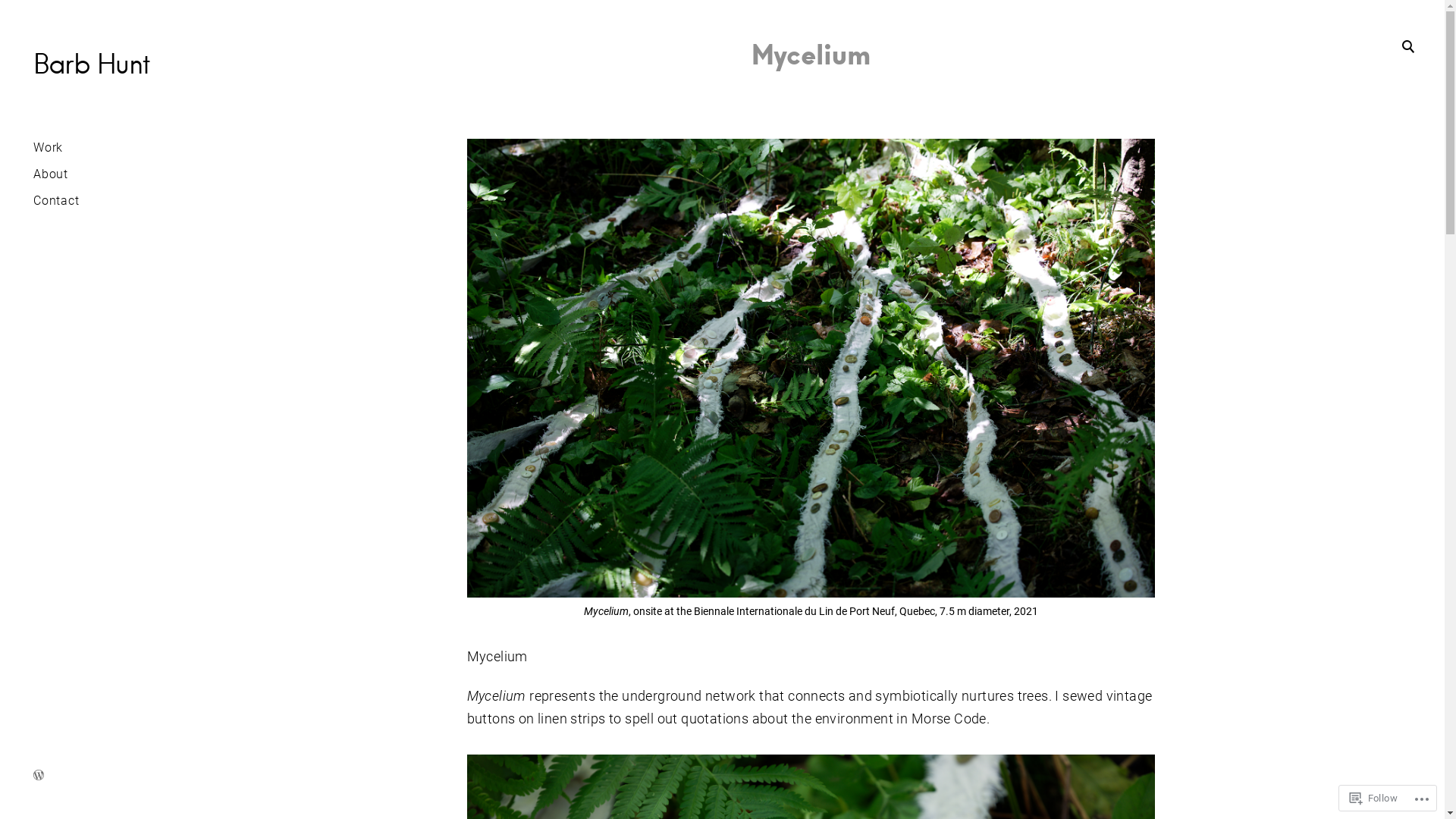 This screenshot has width=1456, height=819. What do you see at coordinates (1343, 797) in the screenshot?
I see `'Follow'` at bounding box center [1343, 797].